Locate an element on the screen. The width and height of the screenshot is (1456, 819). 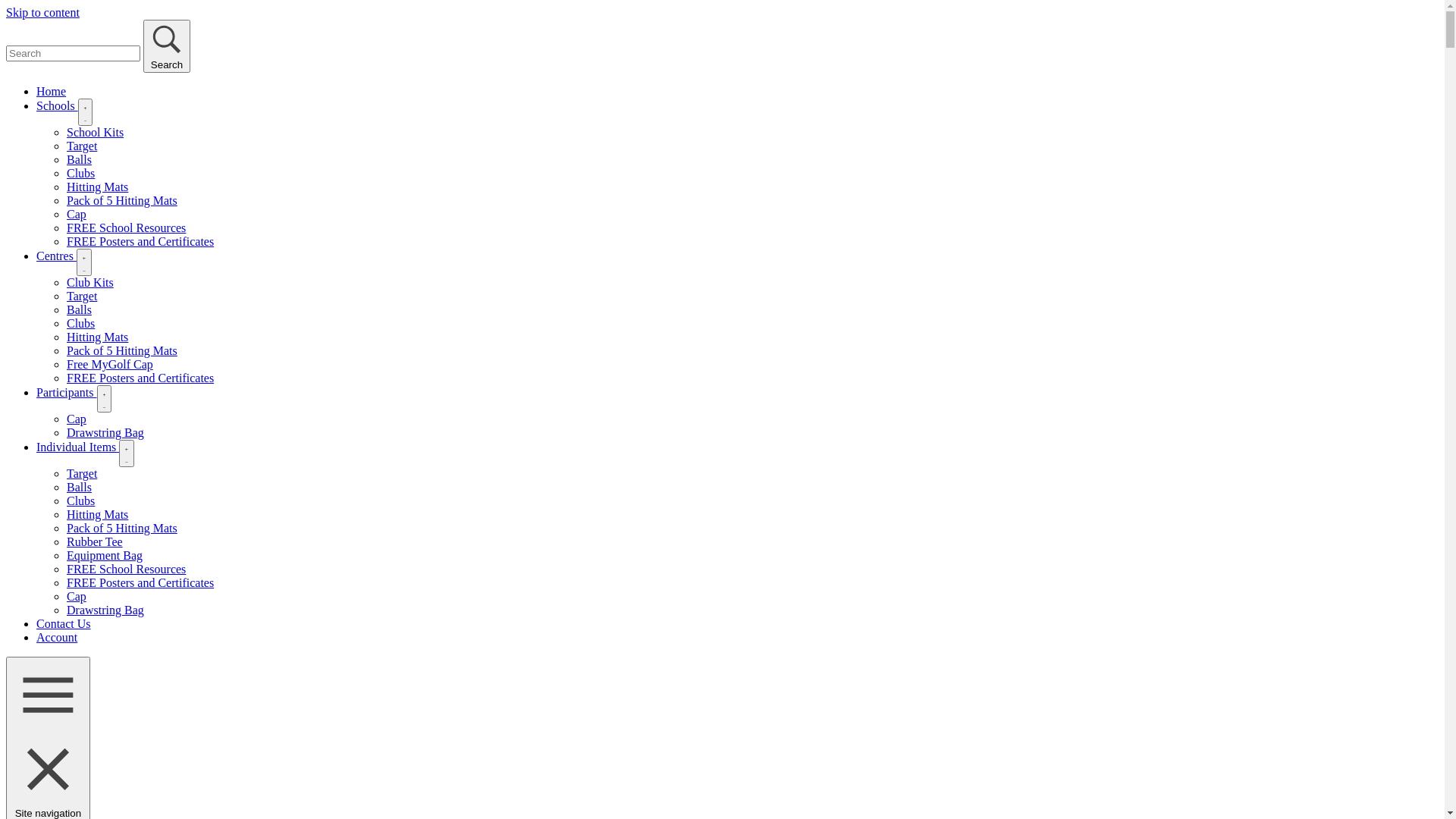
'Search' is located at coordinates (167, 45).